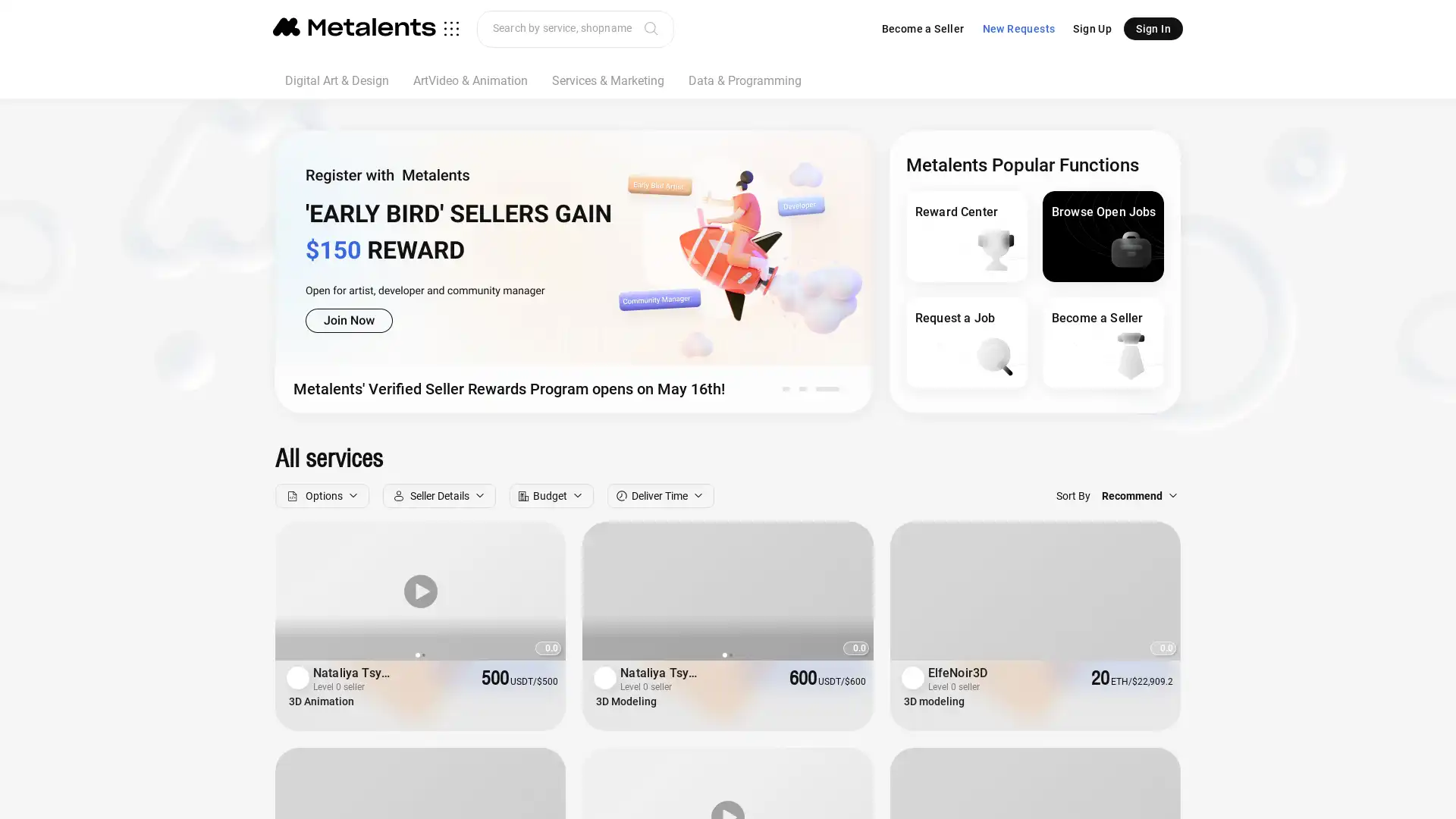 The height and width of the screenshot is (819, 1456). I want to click on Become a Seller, so click(921, 29).